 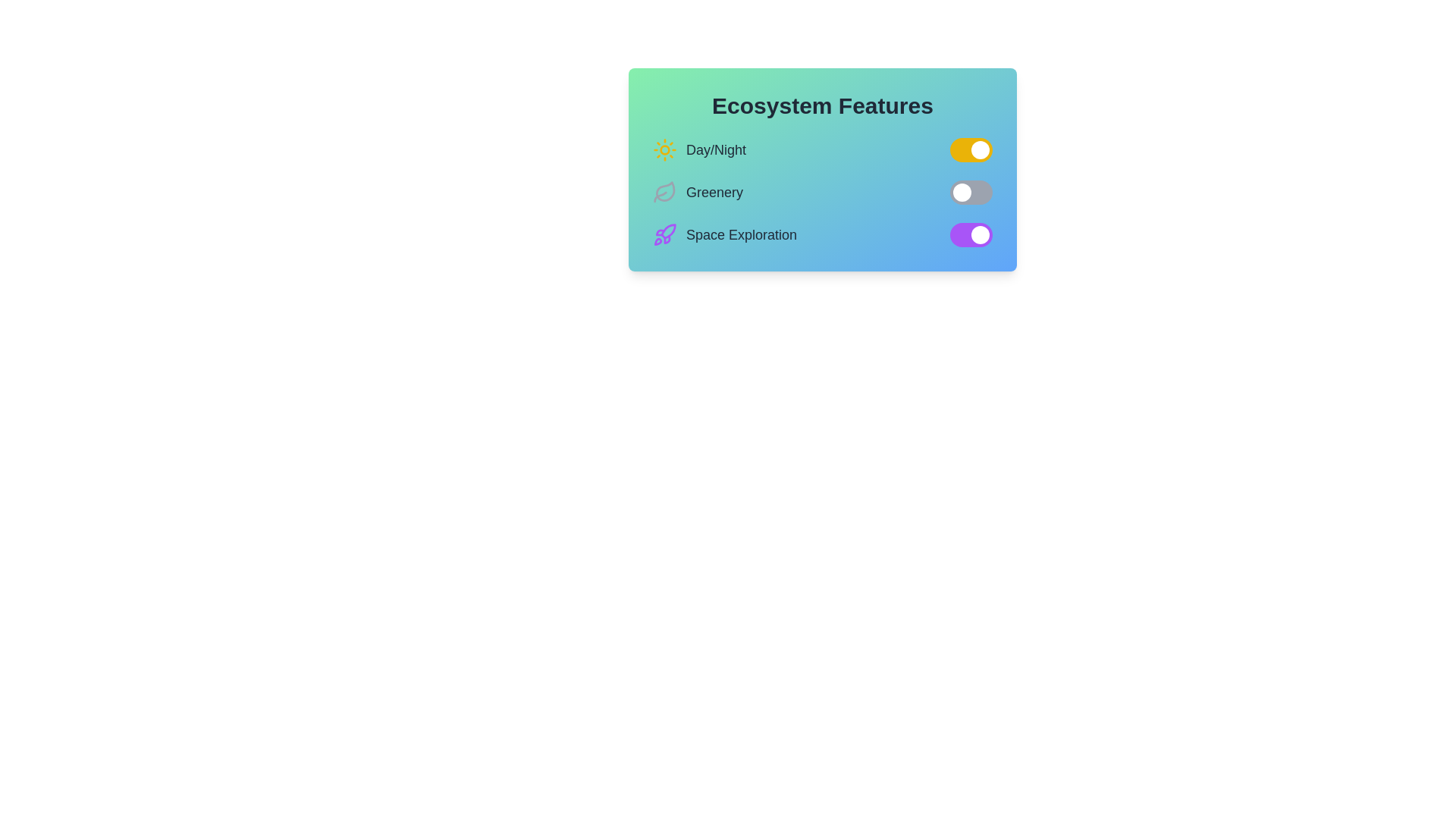 What do you see at coordinates (723, 234) in the screenshot?
I see `the 'Space Exploration' text element, which features a purple rocket icon to the left` at bounding box center [723, 234].